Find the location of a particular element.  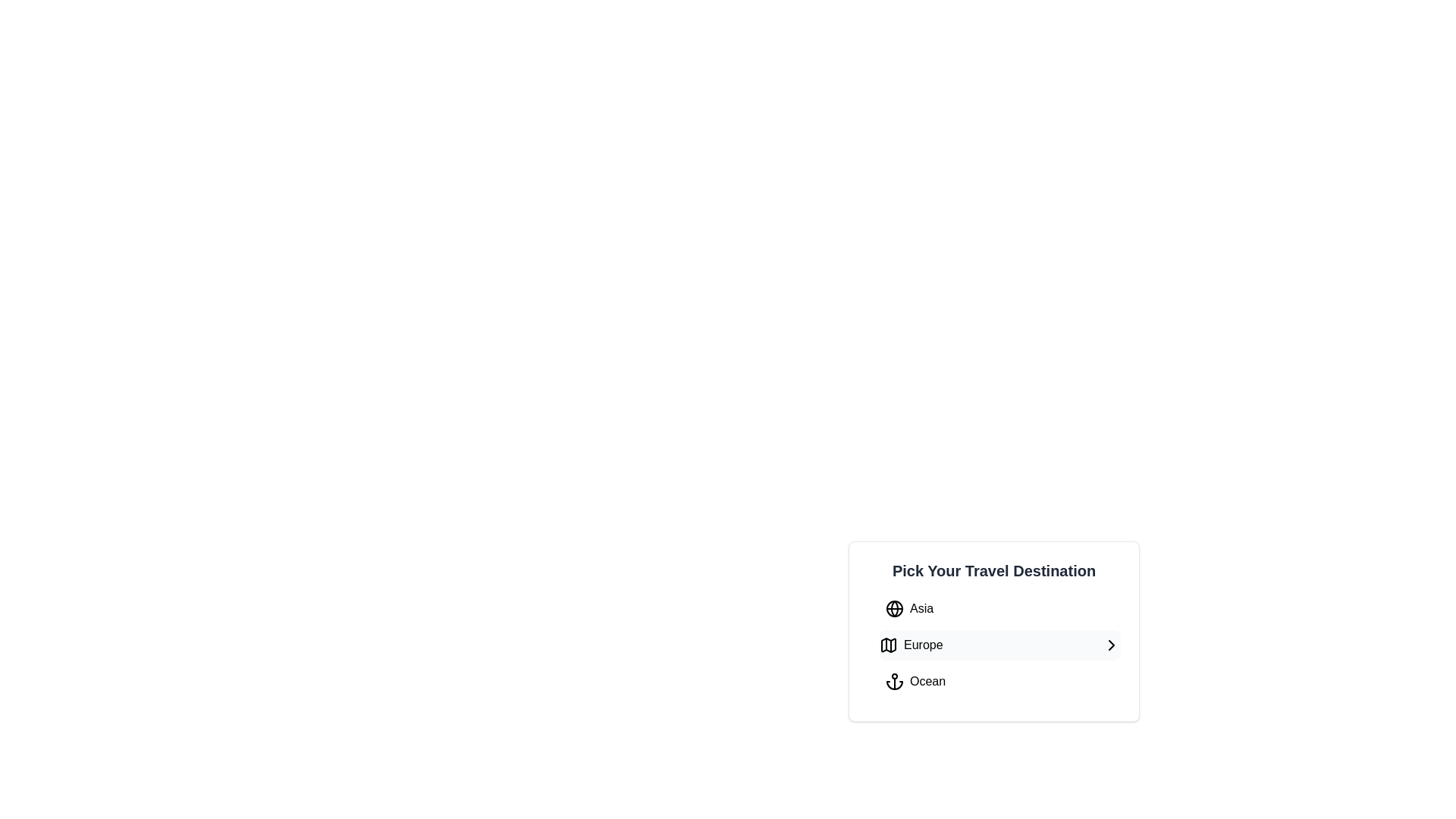

the selectable option for 'Europe' in the travel destination picker, which is the second item in the list between 'Asia' and 'Ocean' is located at coordinates (910, 645).